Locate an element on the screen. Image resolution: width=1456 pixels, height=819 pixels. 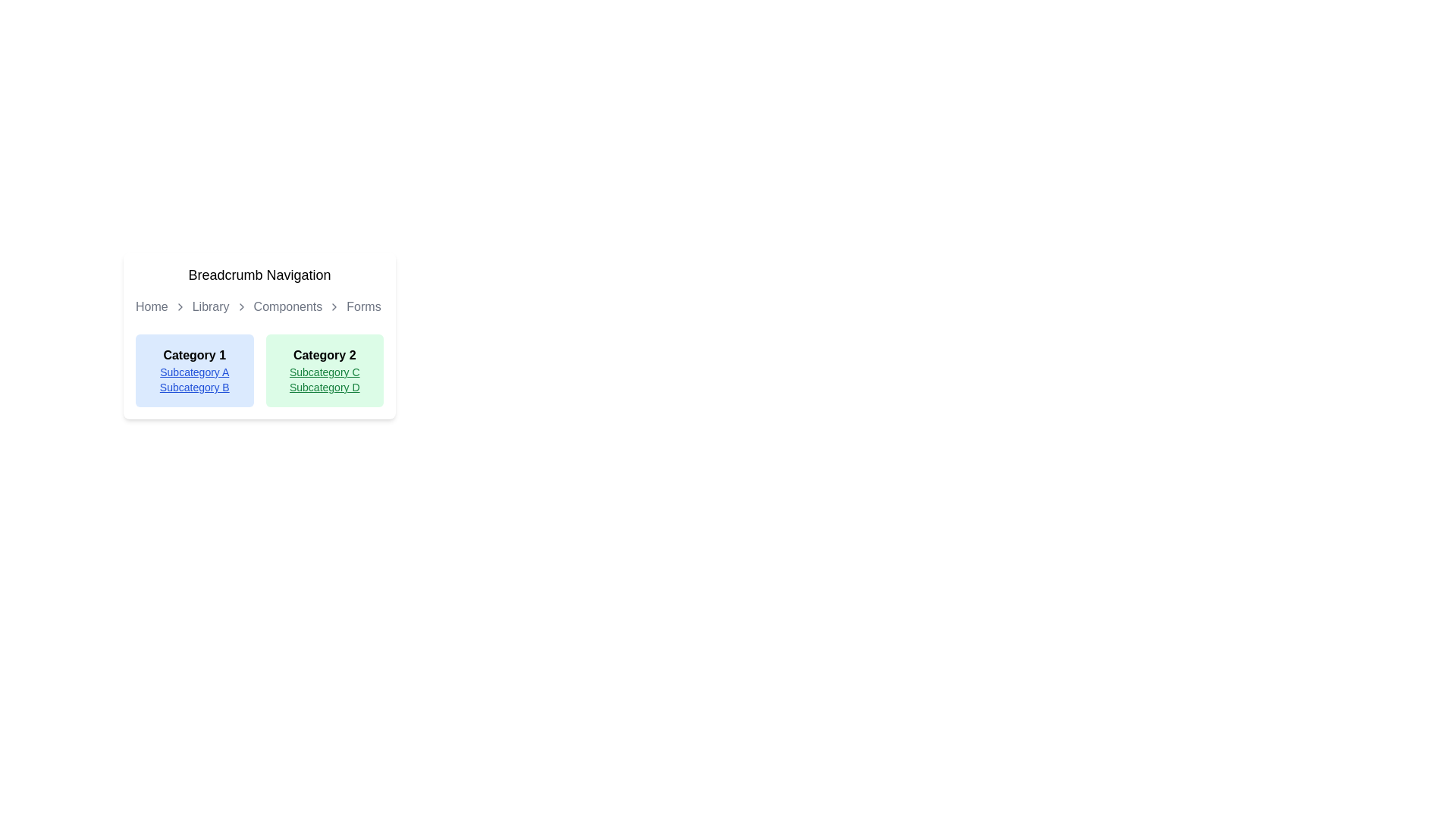
the informational text label indicating 'Subcategory C', which is the first item in the vertical list within 'Category 2', positioned above 'Subcategory D' is located at coordinates (324, 372).